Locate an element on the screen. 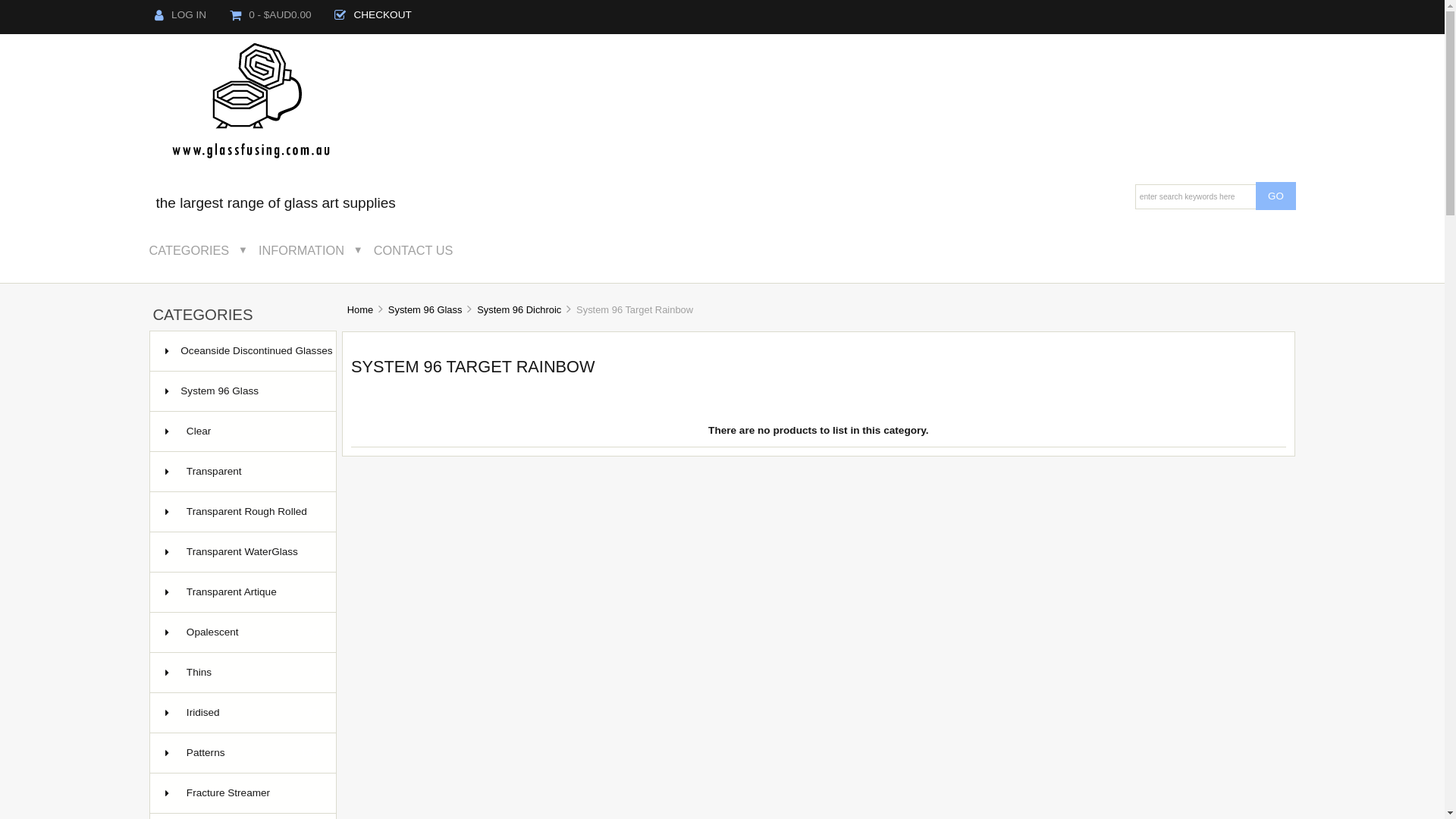  'CONTACT US' is located at coordinates (424, 249).